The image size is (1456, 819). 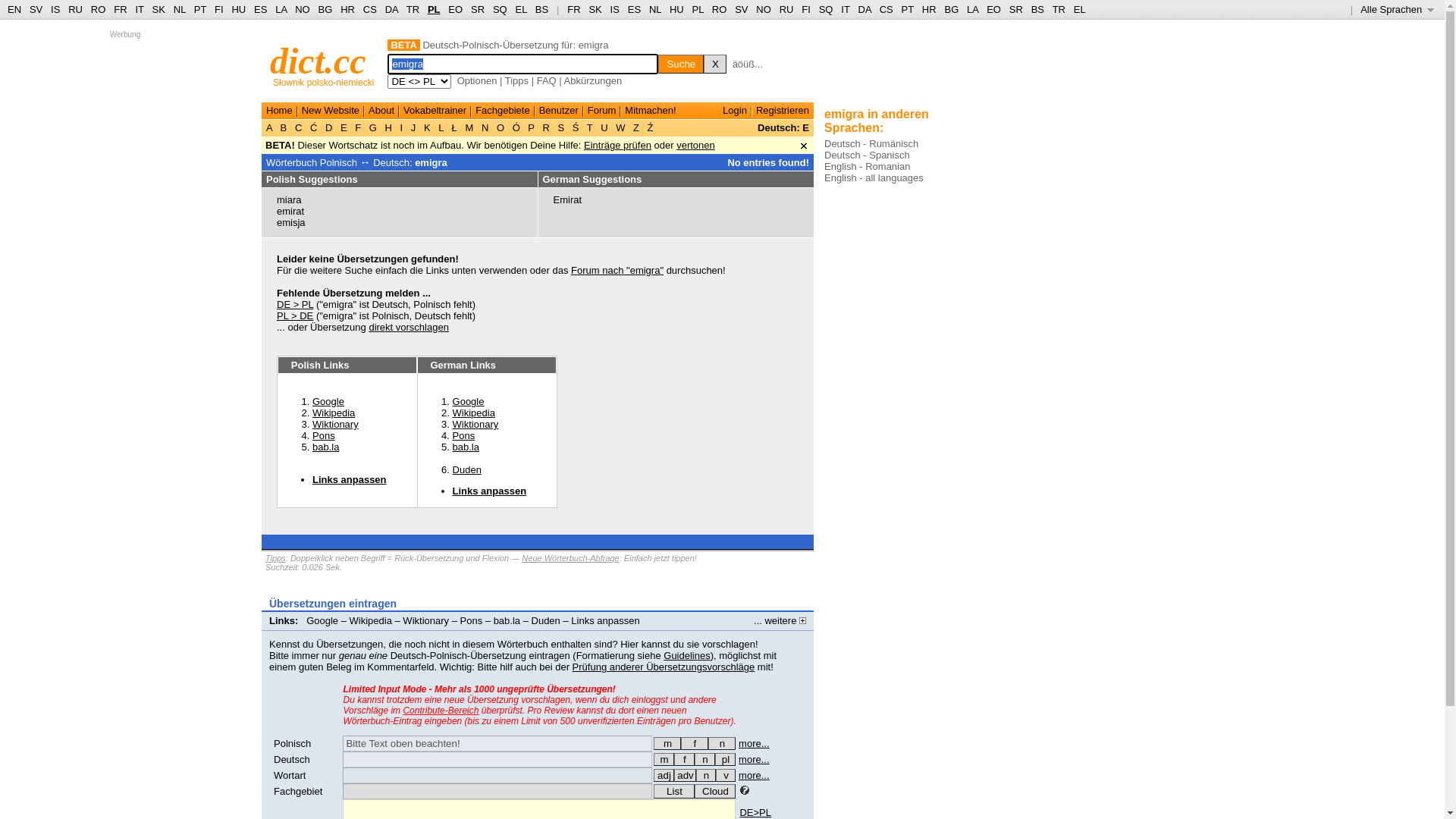 I want to click on 'English - all languages', so click(x=874, y=177).